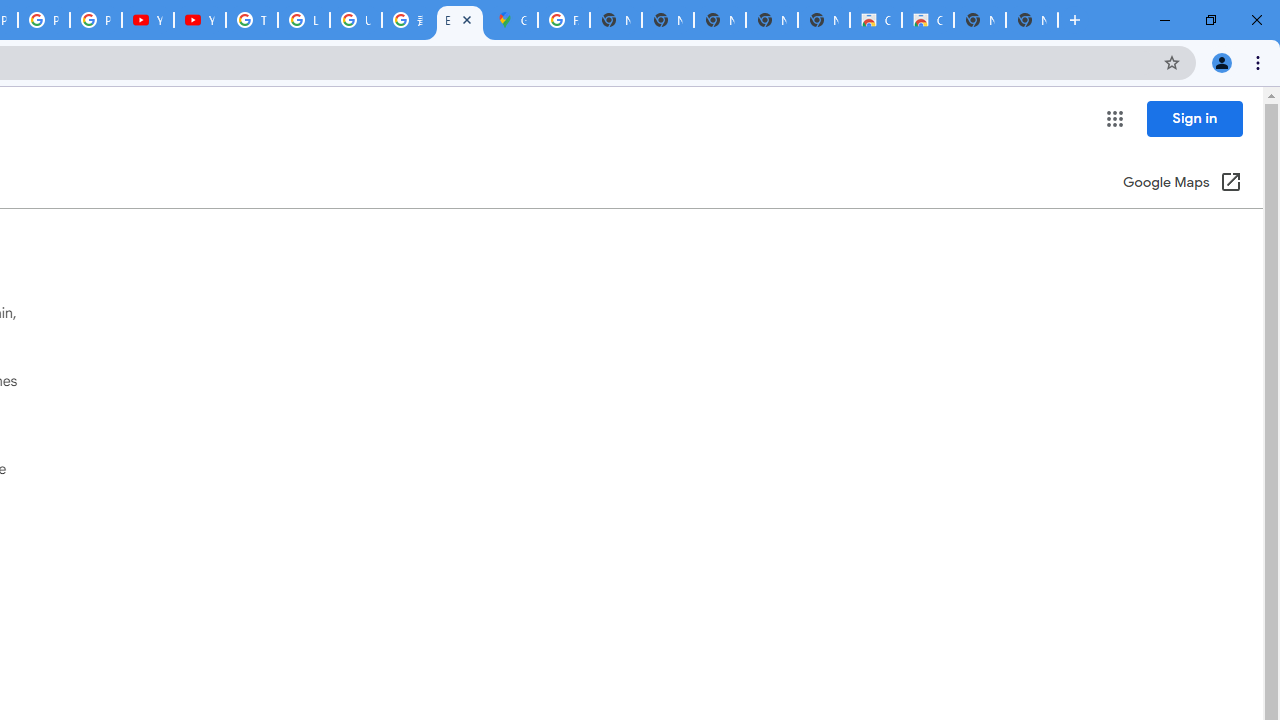 This screenshot has height=720, width=1280. I want to click on 'YouTube', so click(146, 20).